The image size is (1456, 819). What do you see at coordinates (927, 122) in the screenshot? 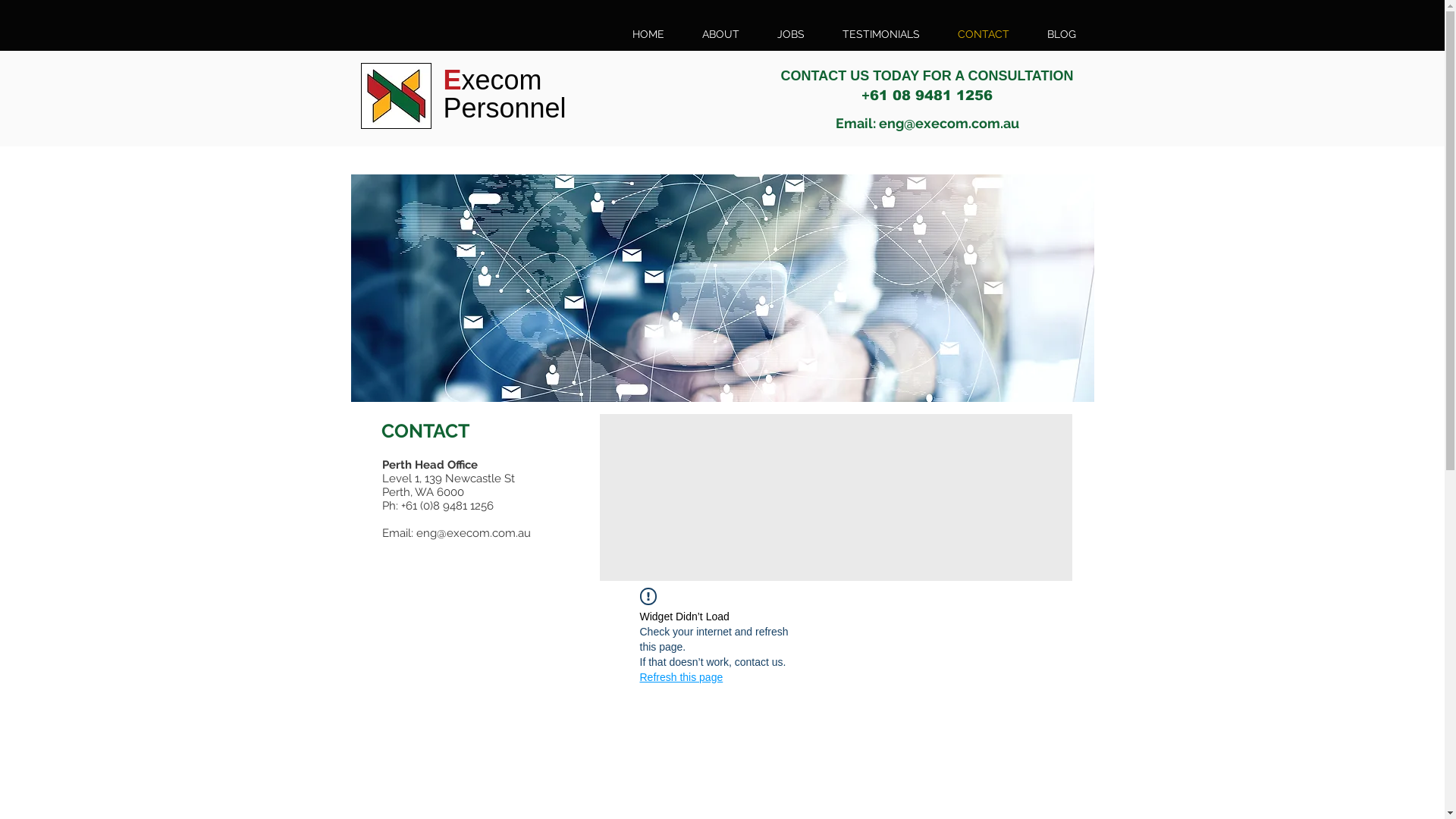
I see `'Email: eng@execom.com.au'` at bounding box center [927, 122].